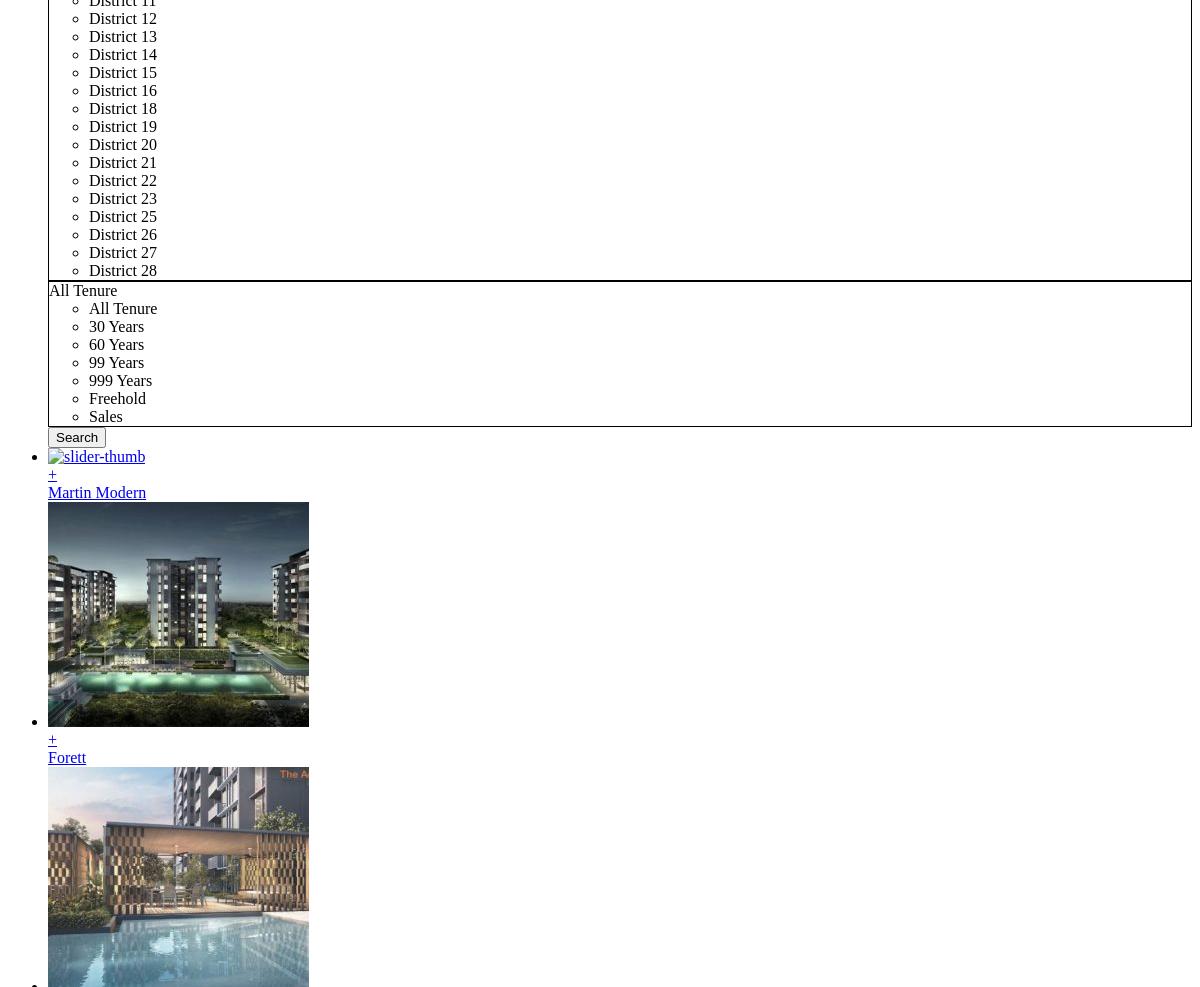 The image size is (1200, 987). I want to click on 'District 18', so click(122, 108).